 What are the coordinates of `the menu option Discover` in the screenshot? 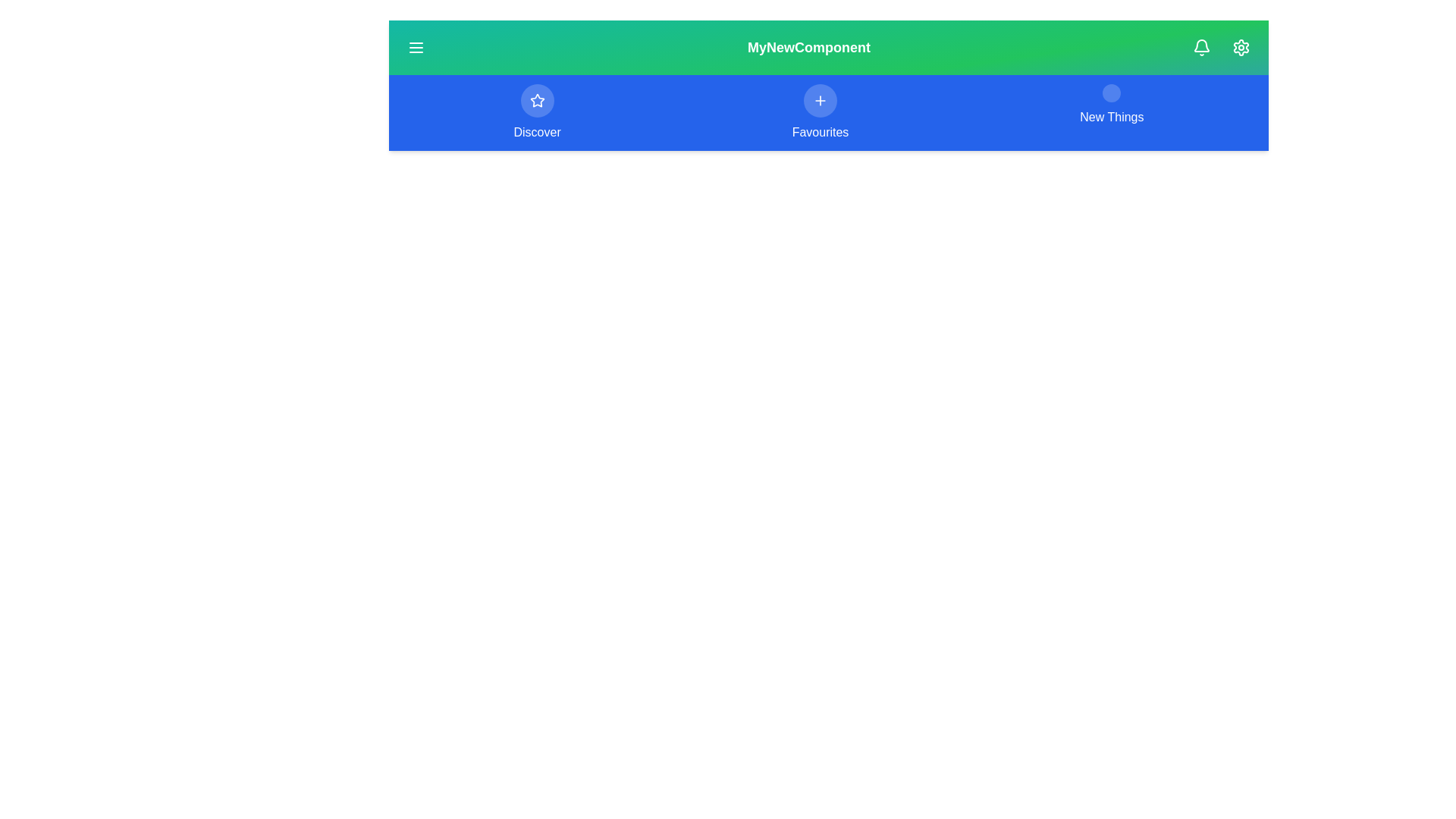 It's located at (537, 112).